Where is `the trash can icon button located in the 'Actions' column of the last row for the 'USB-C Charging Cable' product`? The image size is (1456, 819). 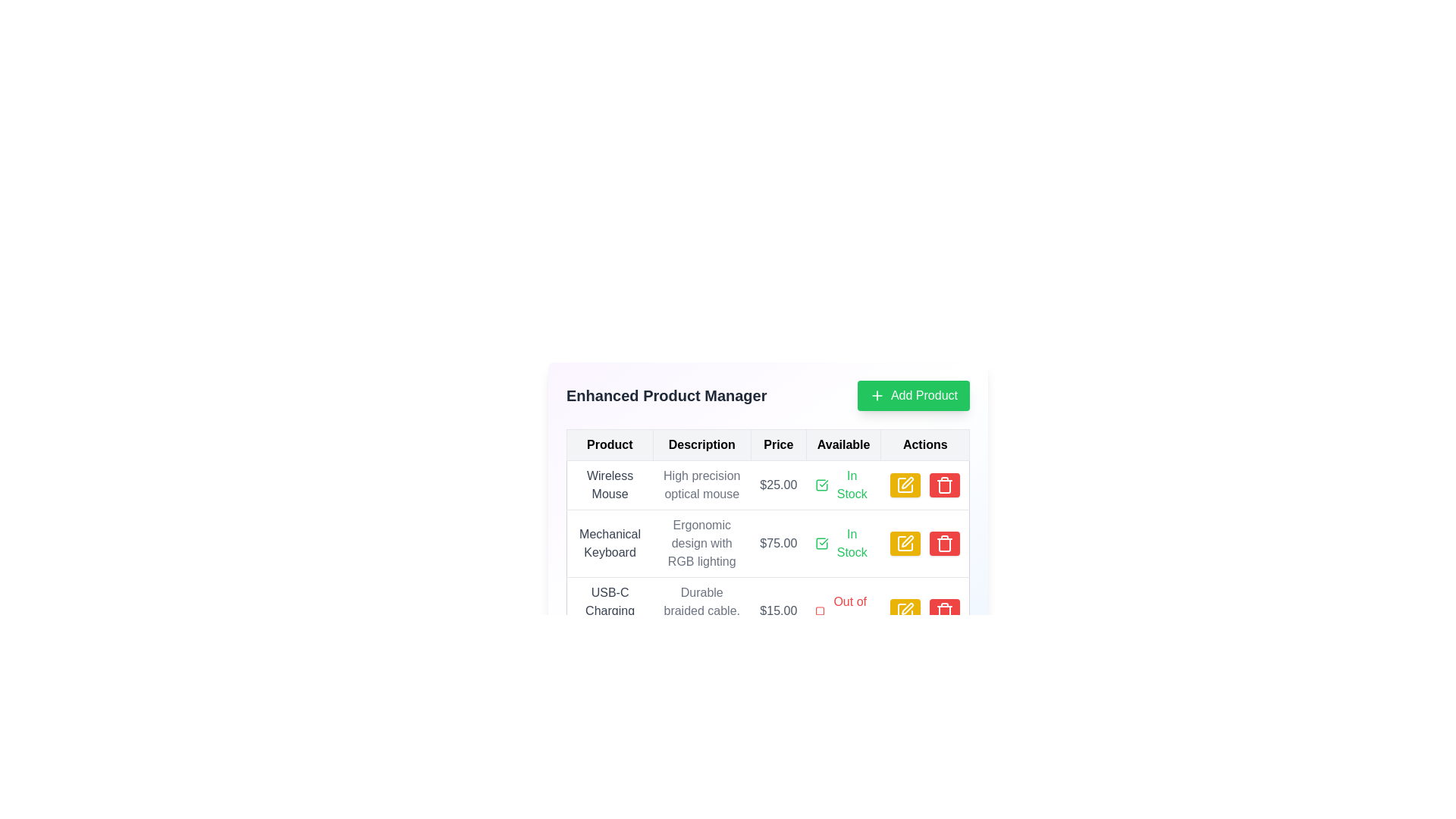
the trash can icon button located in the 'Actions' column of the last row for the 'USB-C Charging Cable' product is located at coordinates (943, 485).